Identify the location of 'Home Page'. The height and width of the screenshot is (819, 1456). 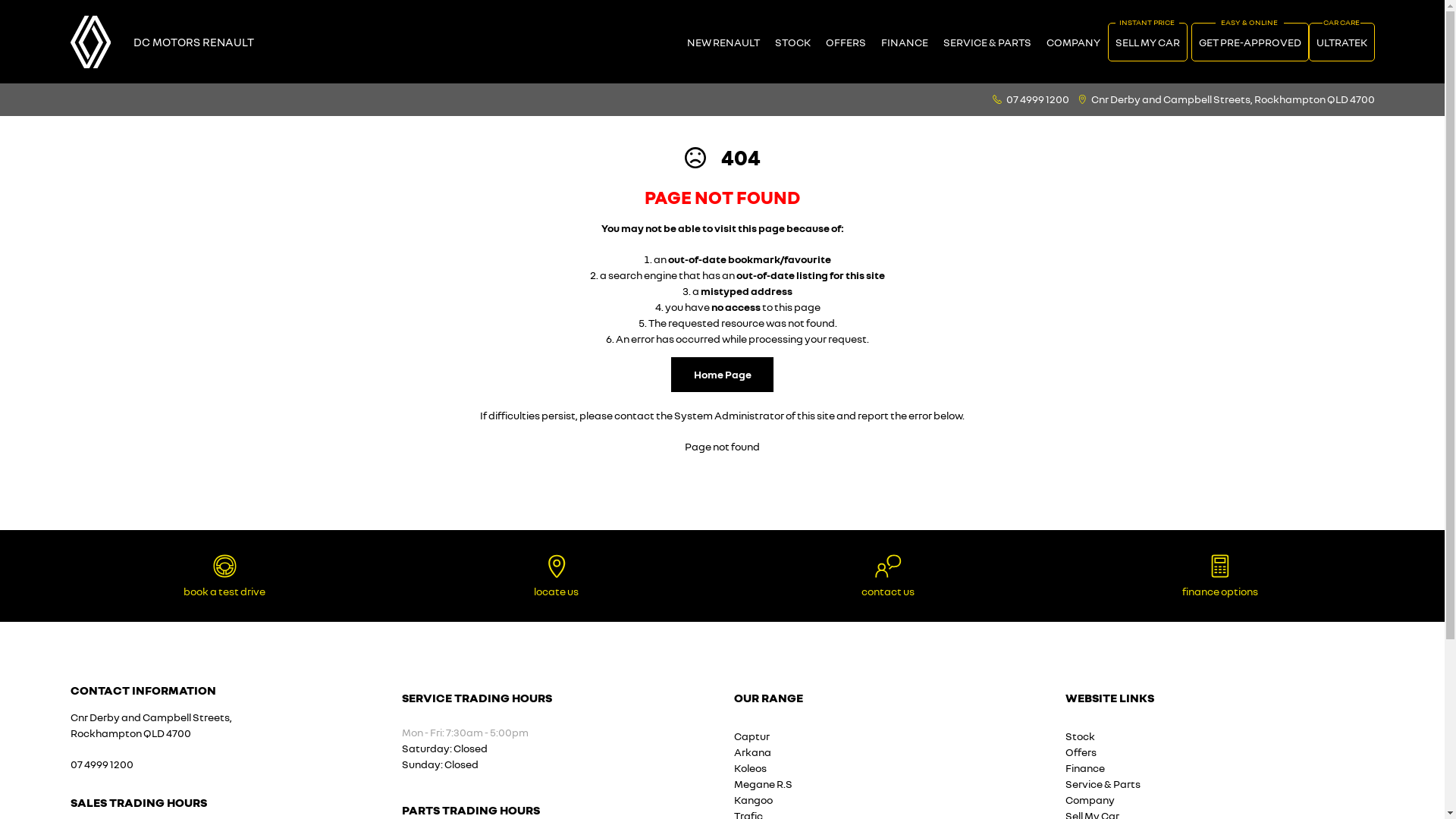
(721, 374).